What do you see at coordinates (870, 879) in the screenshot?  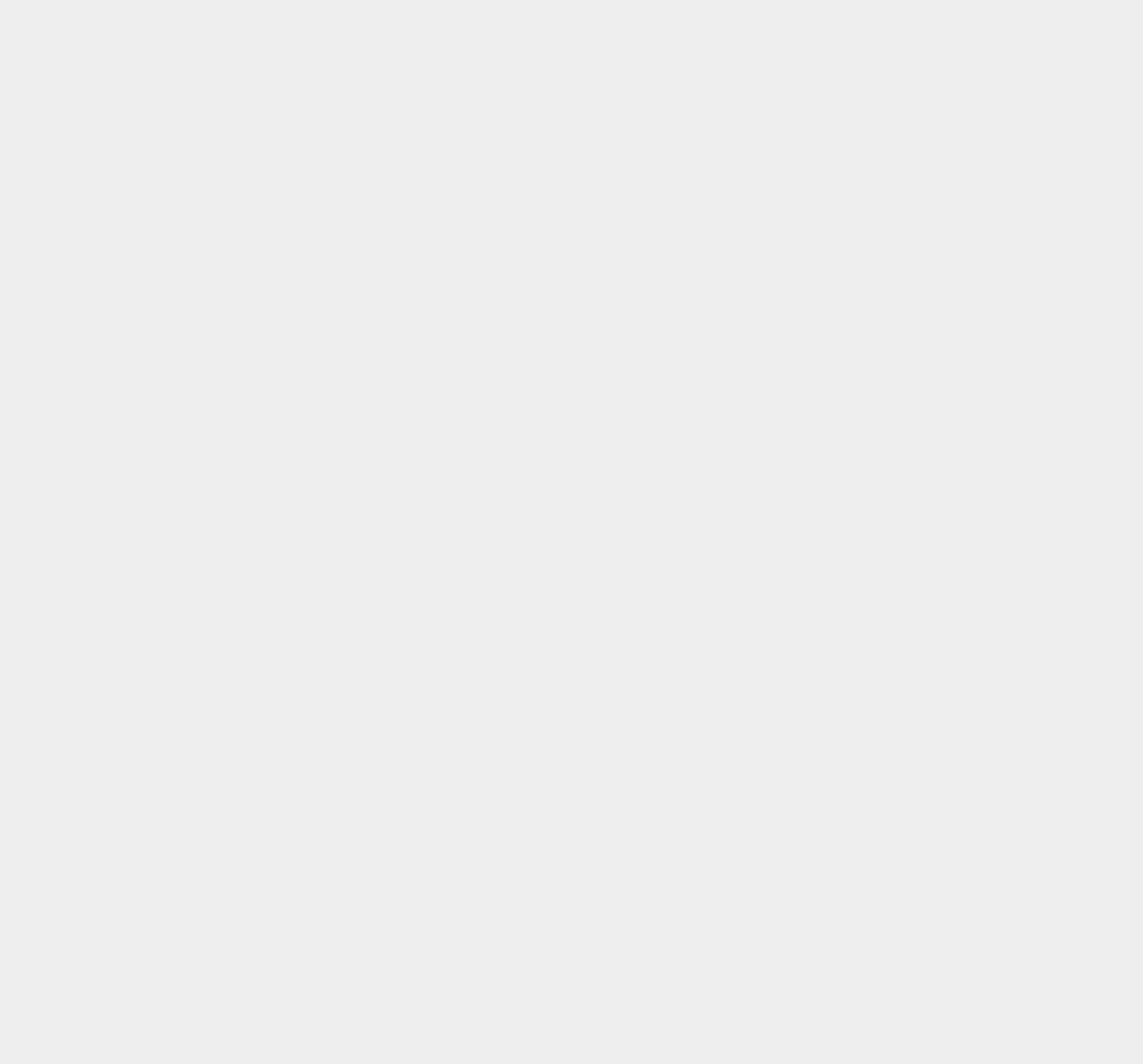 I see `'Secure Socket Layer'` at bounding box center [870, 879].